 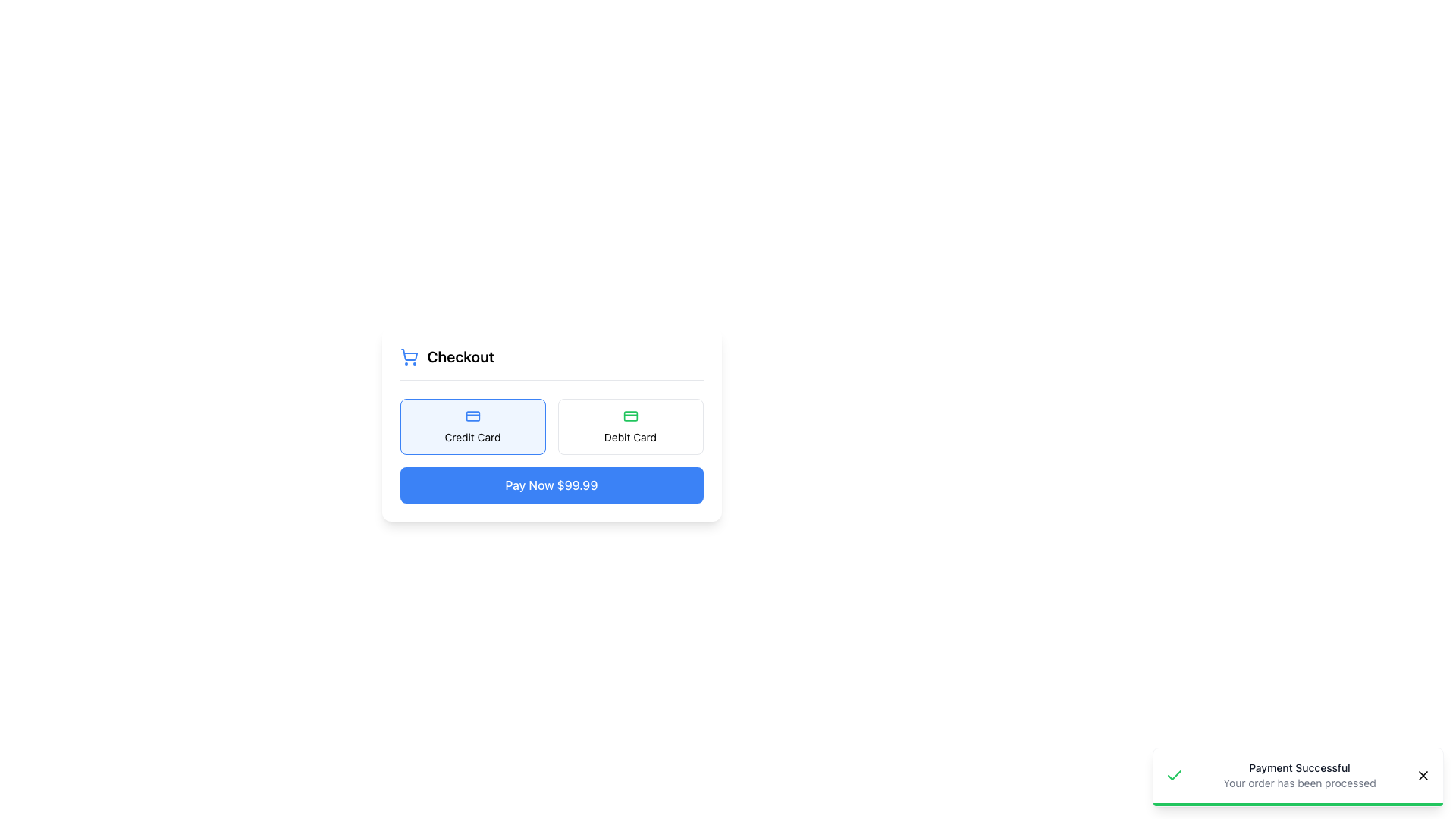 I want to click on the 'Pay Now $99.99' button with a vibrant blue background, so click(x=551, y=485).